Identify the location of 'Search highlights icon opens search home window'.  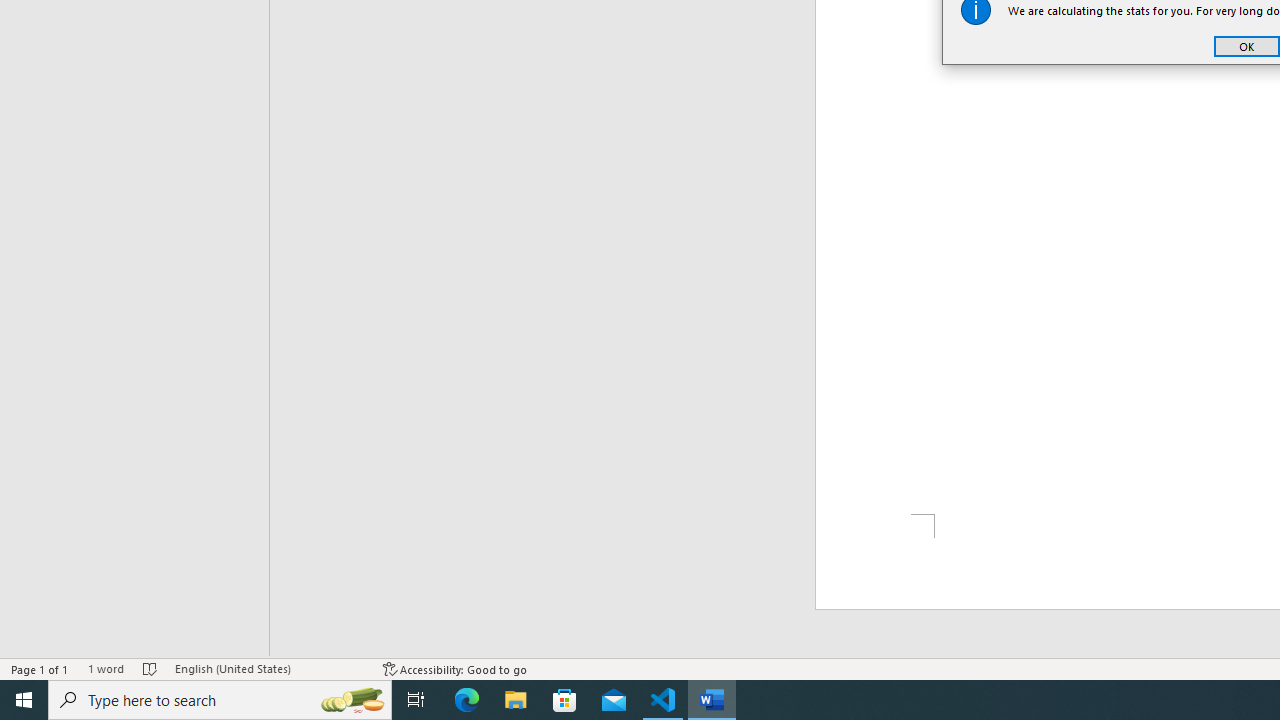
(352, 698).